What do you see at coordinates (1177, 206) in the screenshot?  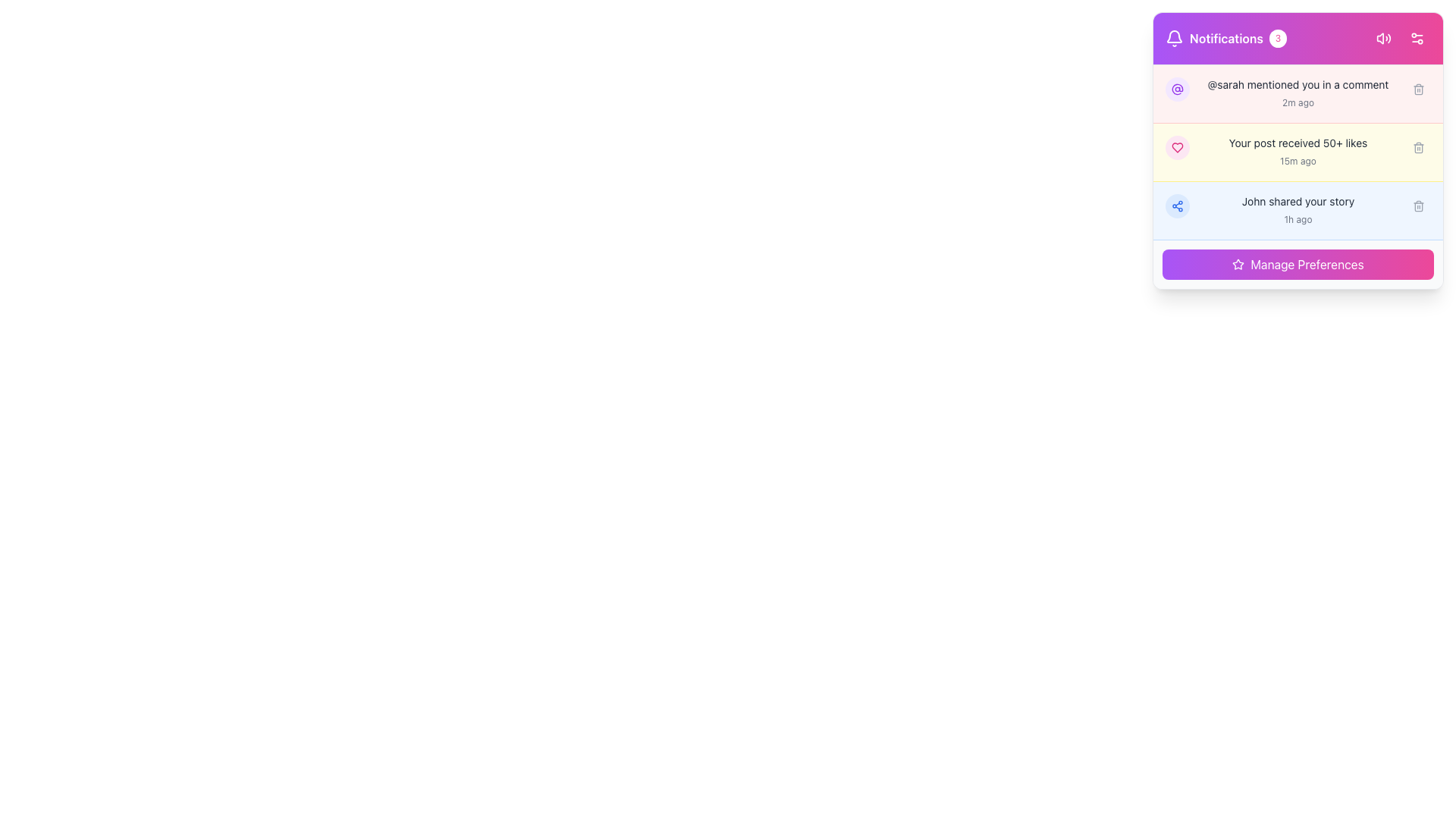 I see `the Icon Button related to sharing content in the notification labeled 'John shared your story 1h ago'` at bounding box center [1177, 206].